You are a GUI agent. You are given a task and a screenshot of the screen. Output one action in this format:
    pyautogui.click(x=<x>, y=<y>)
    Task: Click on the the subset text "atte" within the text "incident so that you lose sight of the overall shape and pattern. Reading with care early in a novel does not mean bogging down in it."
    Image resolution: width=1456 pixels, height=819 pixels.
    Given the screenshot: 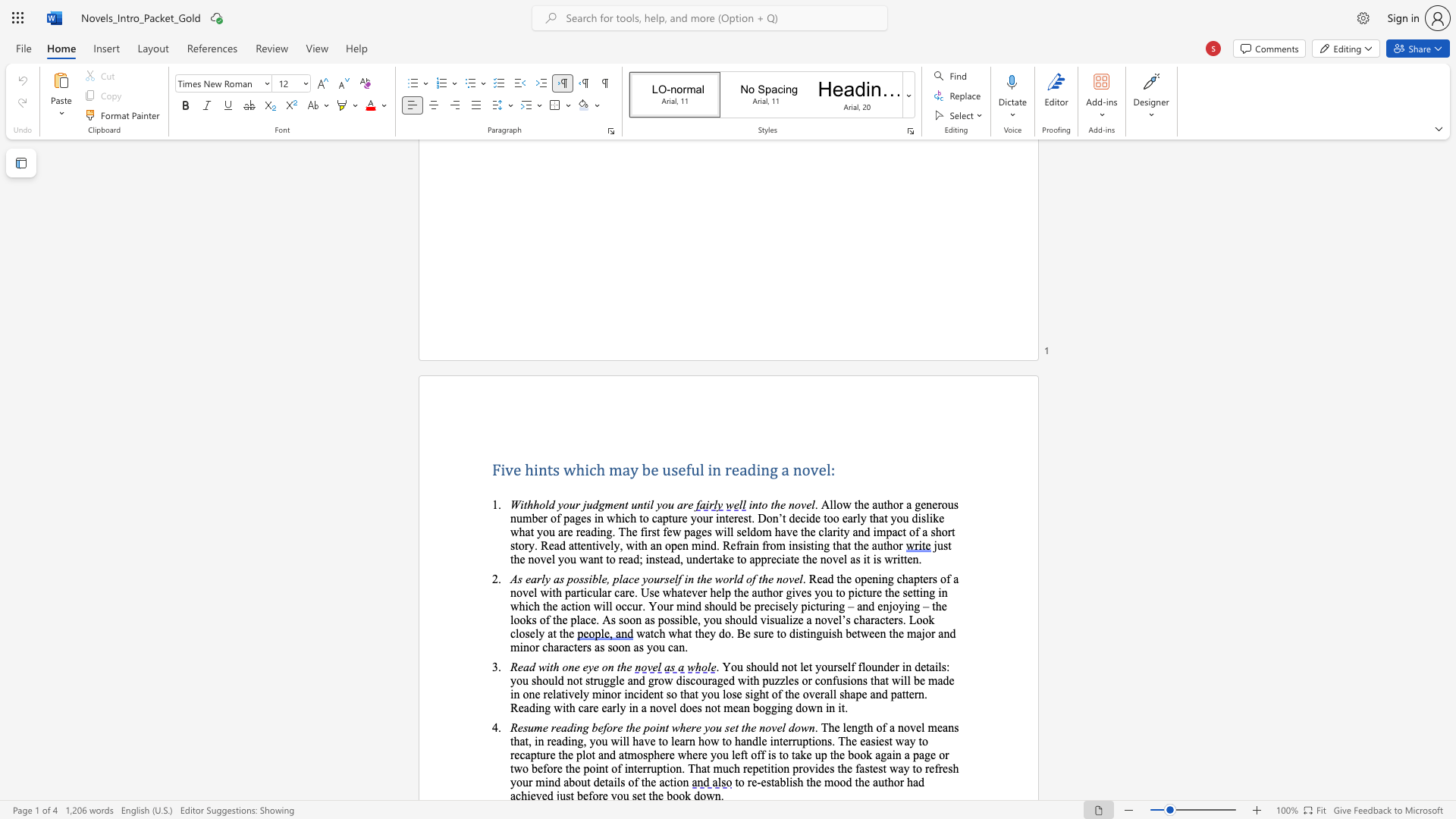 What is the action you would take?
    pyautogui.click(x=896, y=694)
    